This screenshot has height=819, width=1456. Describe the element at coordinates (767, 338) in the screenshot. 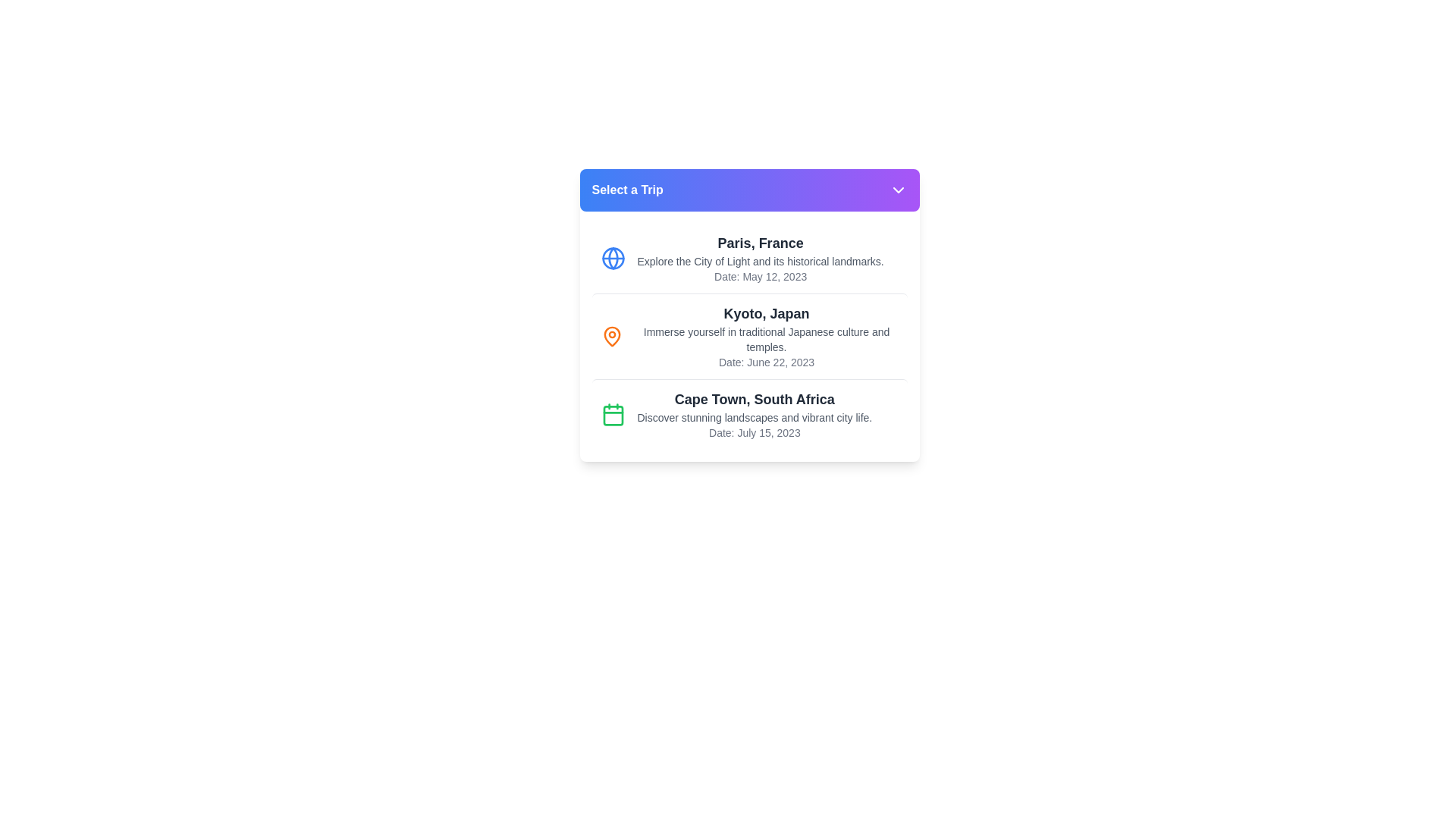

I see `the static text reading 'Immerse yourself in traditional Japanese culture and temples.' located in the middle card beneath the header 'Kyoto, Japan.'` at that location.